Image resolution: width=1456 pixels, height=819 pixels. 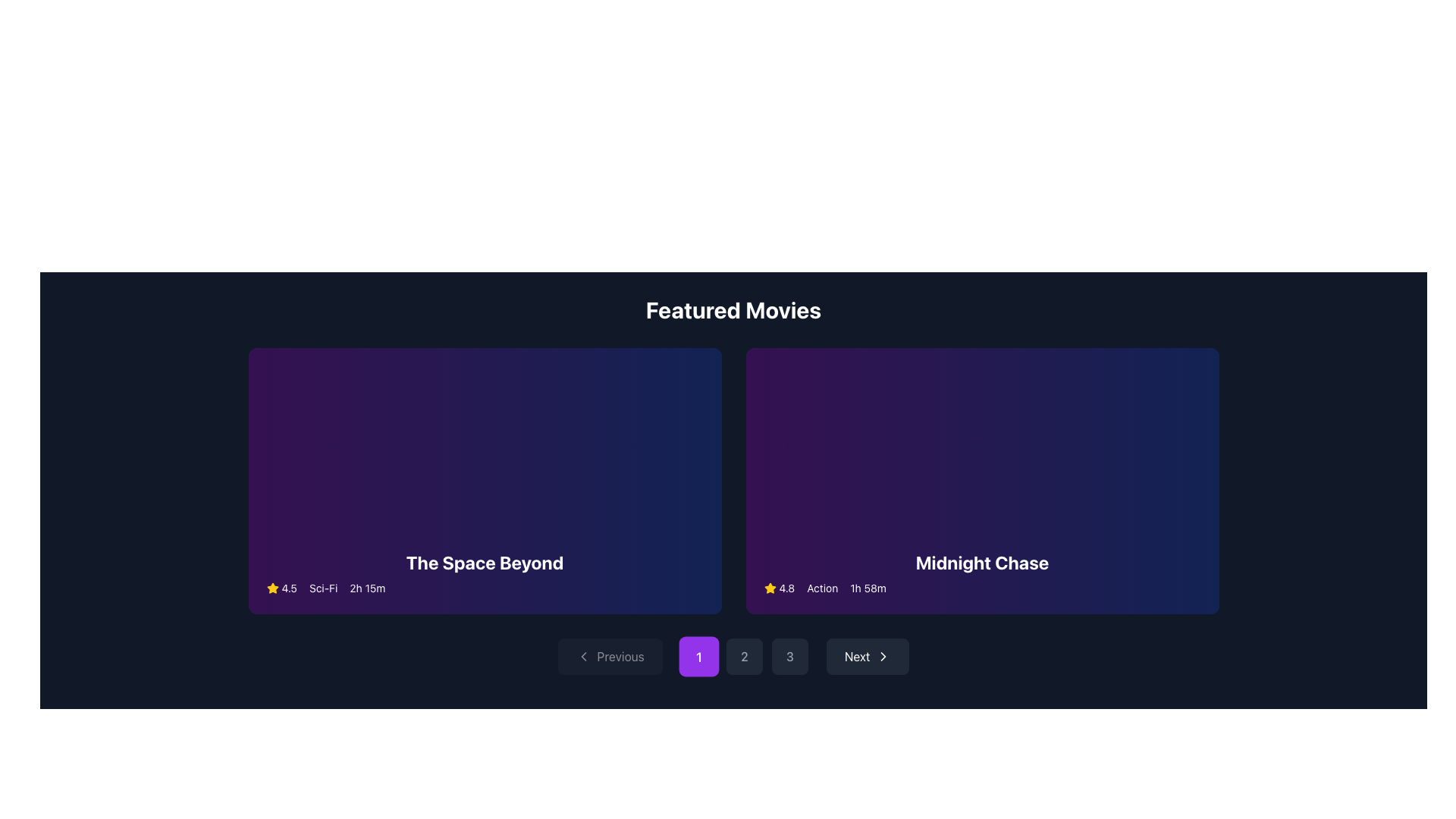 What do you see at coordinates (484, 573) in the screenshot?
I see `the Informational Text Block titled 'The Space Beyond', which displays a rating of 4.5, genre Sci-Fi, and duration 2h 15m, located at the bottom-left corner of the movie card in the 'Featured Movies' section` at bounding box center [484, 573].